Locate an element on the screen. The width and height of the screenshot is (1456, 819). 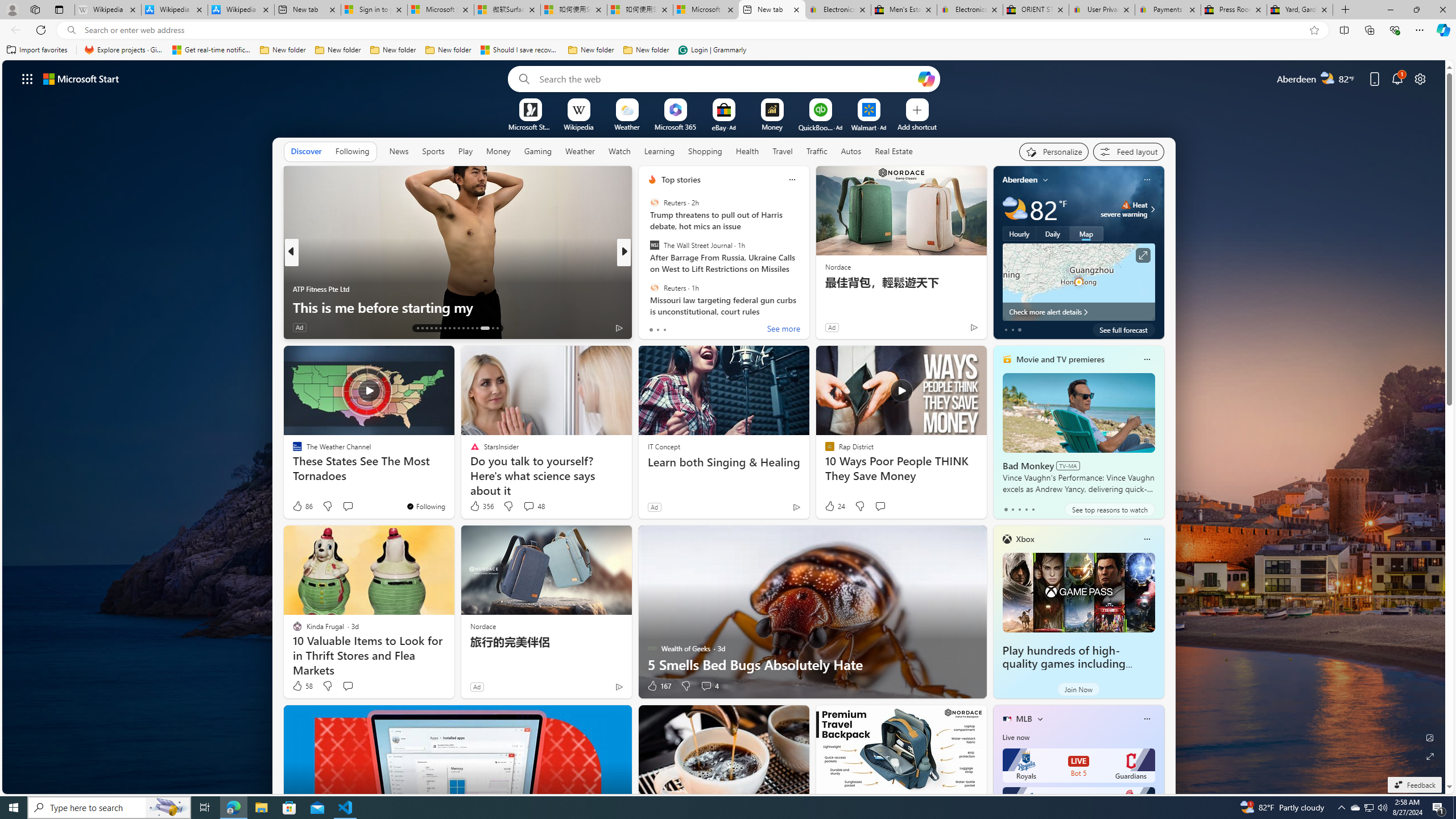
'AutomationID: tab-19' is located at coordinates (445, 328).